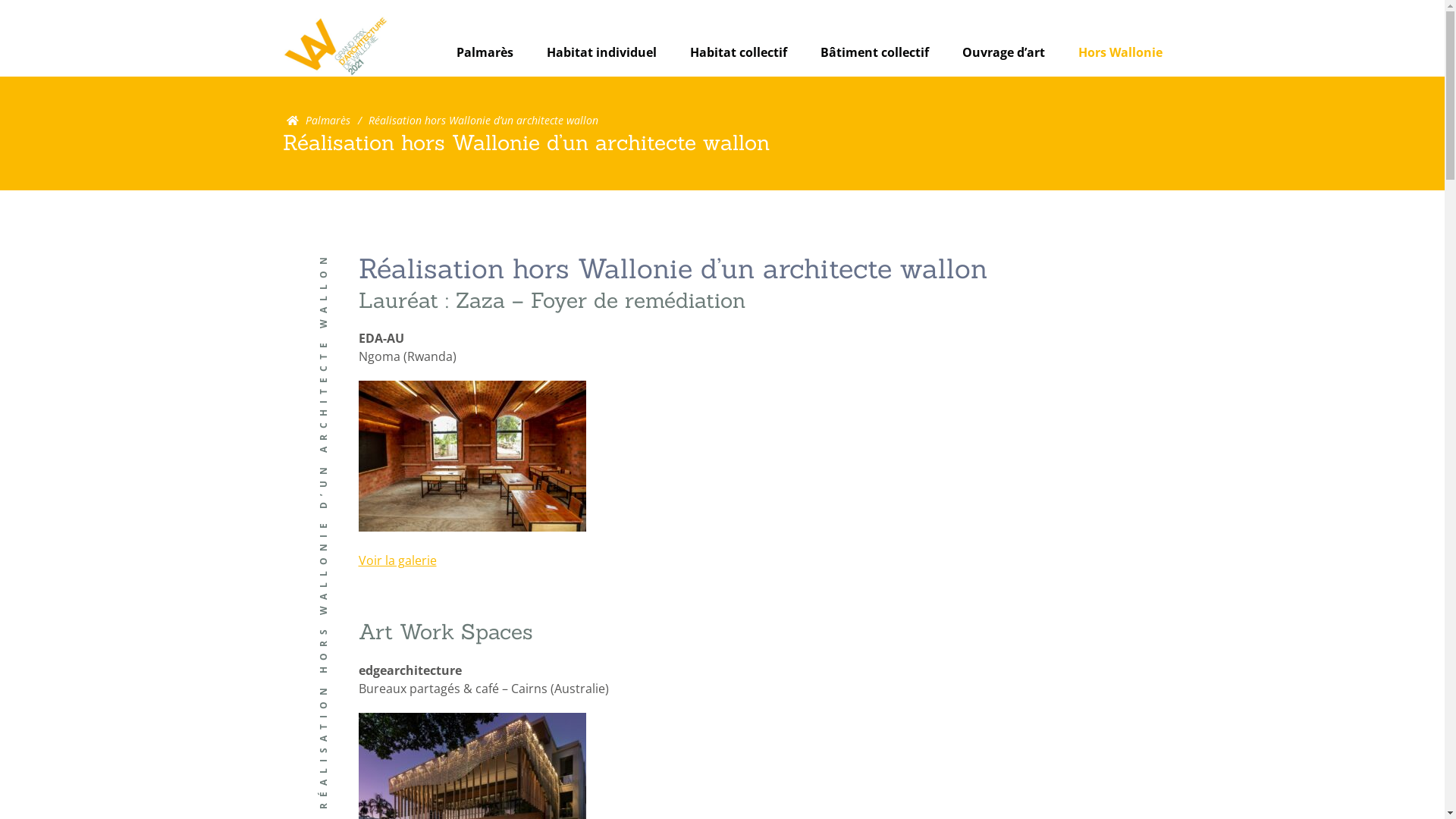 This screenshot has width=1456, height=819. Describe the element at coordinates (397, 560) in the screenshot. I see `'Voir la galerie'` at that location.